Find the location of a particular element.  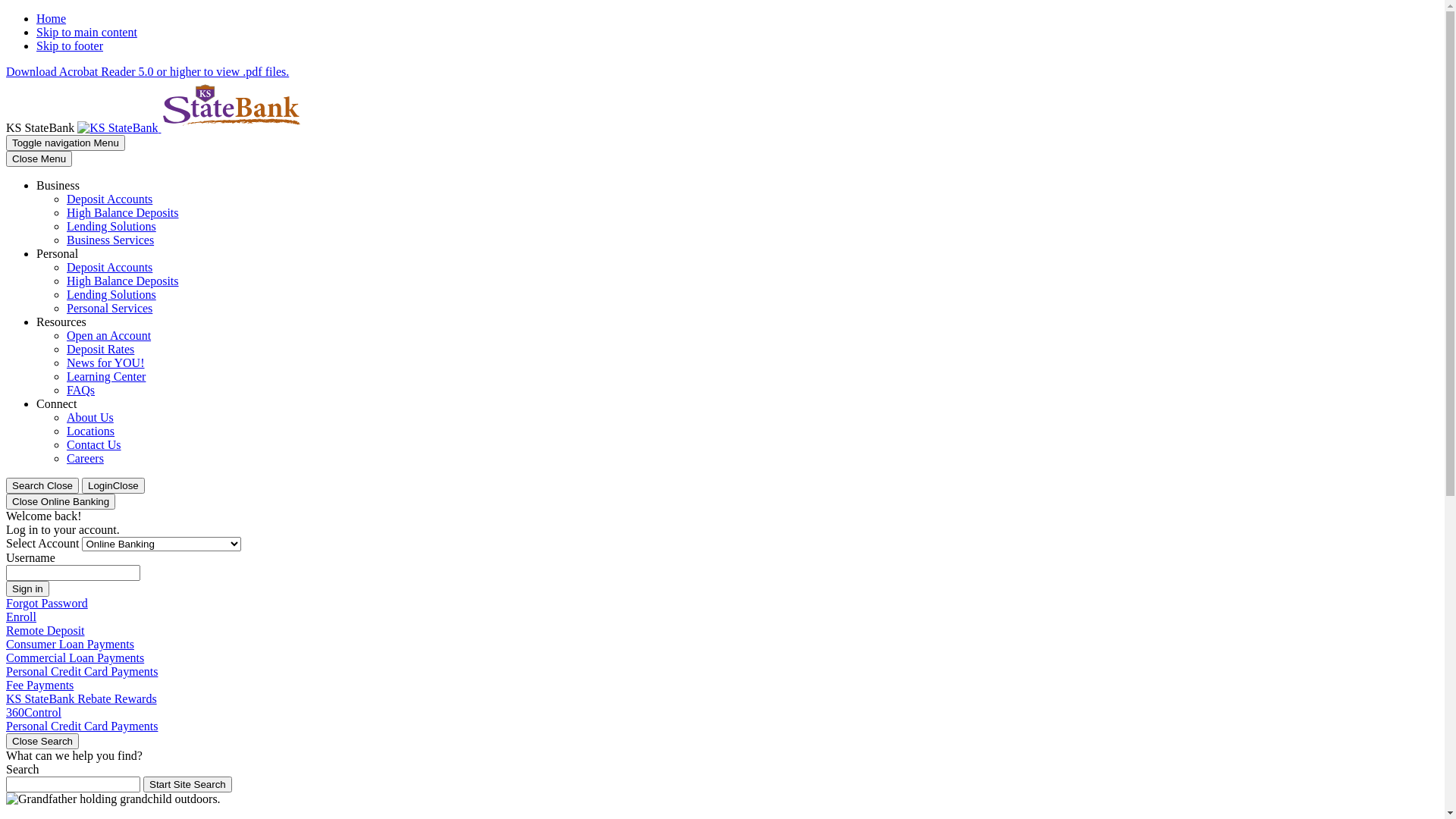

'Enroll' is located at coordinates (21, 617).